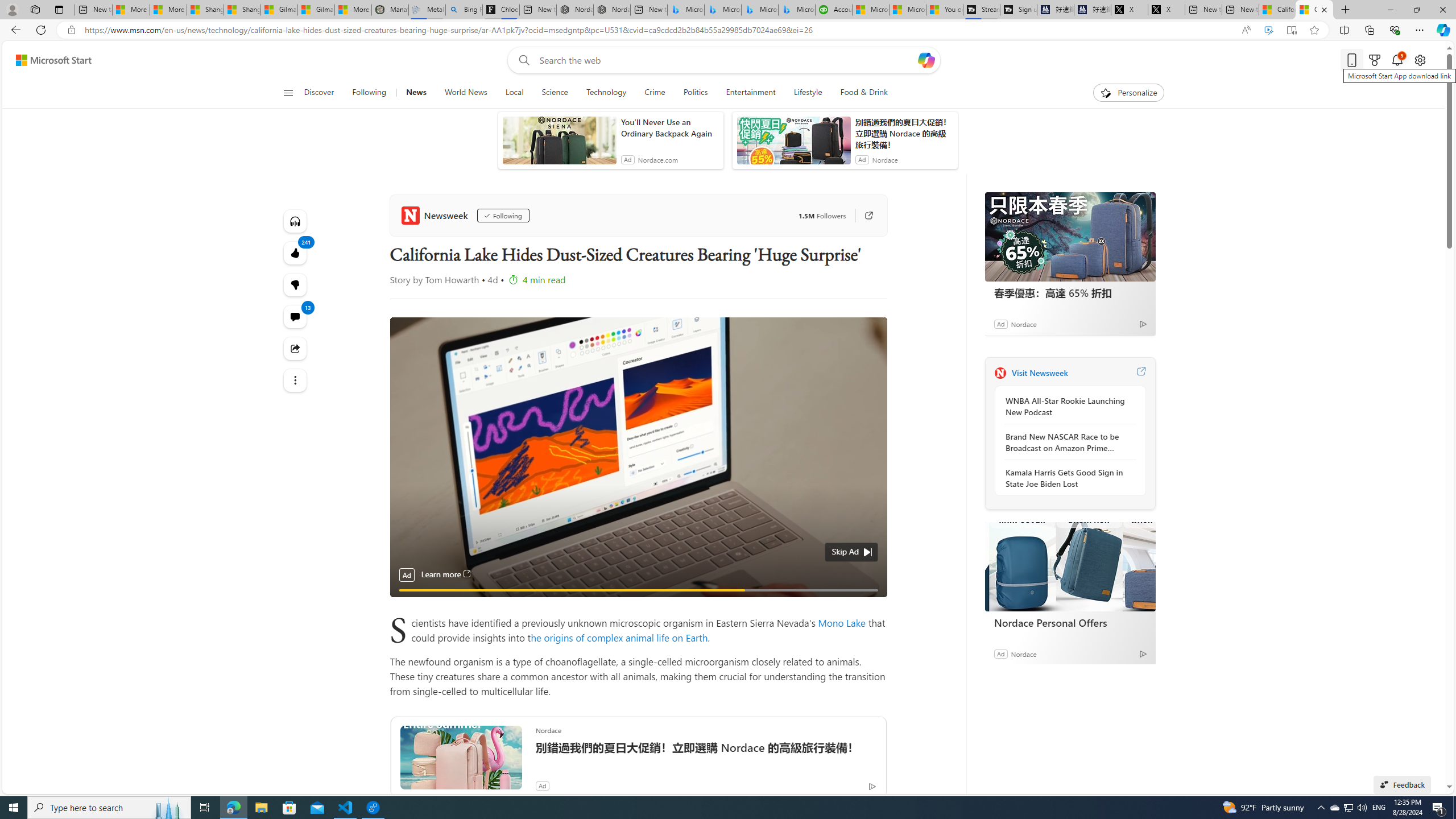 This screenshot has height=819, width=1456. I want to click on 'Chloe Sorvino', so click(500, 9).